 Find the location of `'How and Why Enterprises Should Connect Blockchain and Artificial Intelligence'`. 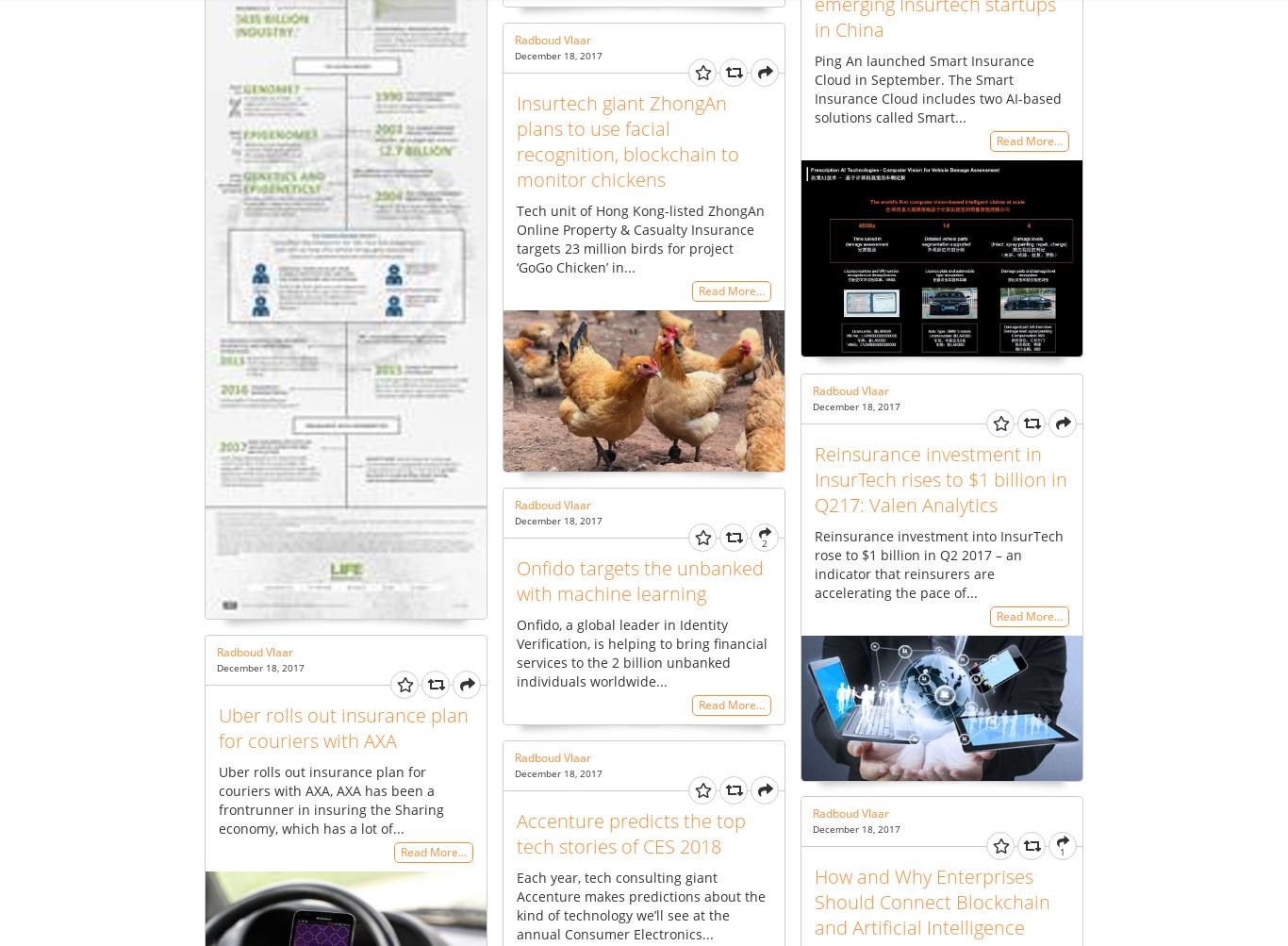

'How and Why Enterprises Should Connect Blockchain and Artificial Intelligence' is located at coordinates (932, 900).